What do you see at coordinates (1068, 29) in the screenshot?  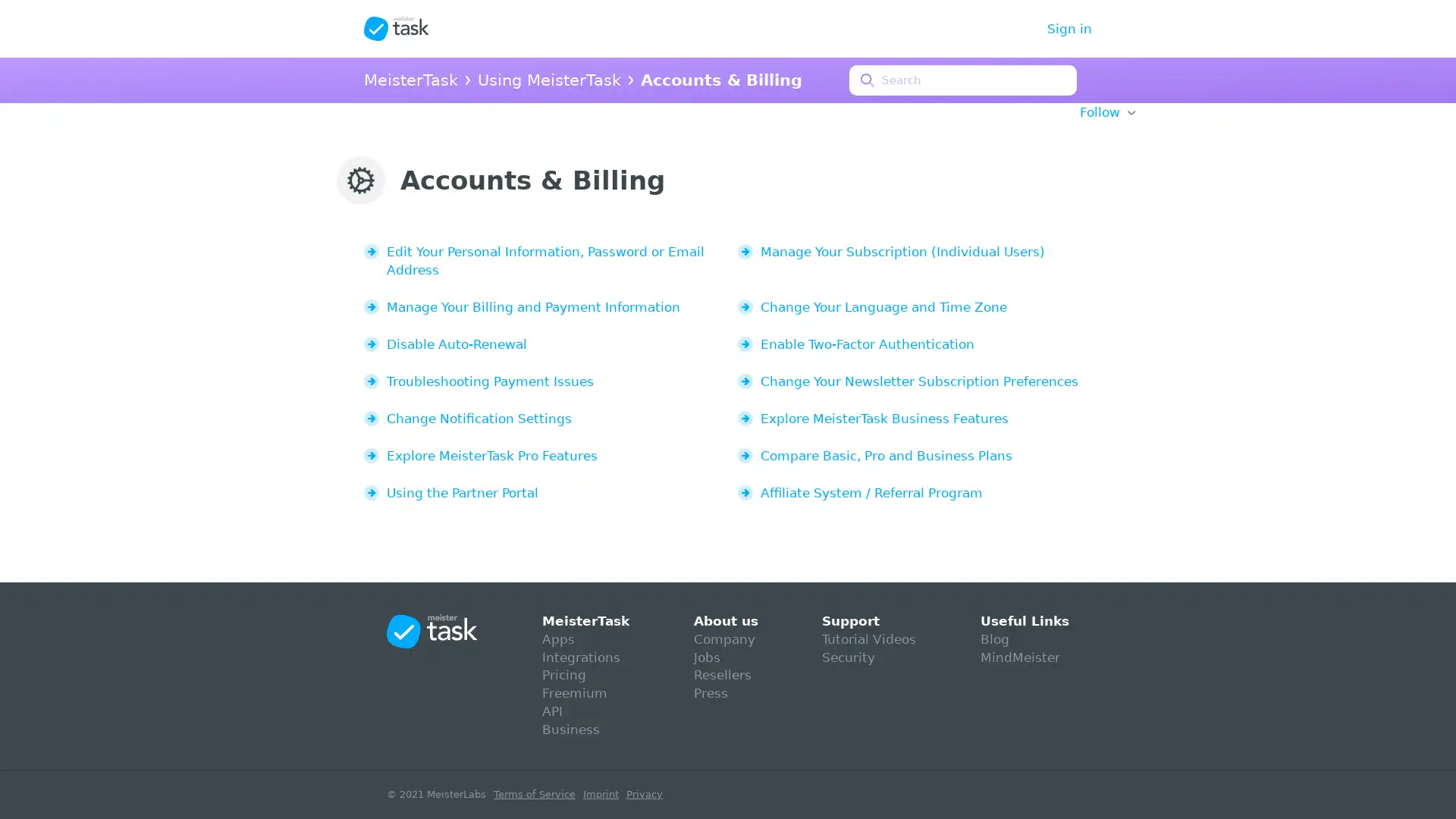 I see `Sign in` at bounding box center [1068, 29].